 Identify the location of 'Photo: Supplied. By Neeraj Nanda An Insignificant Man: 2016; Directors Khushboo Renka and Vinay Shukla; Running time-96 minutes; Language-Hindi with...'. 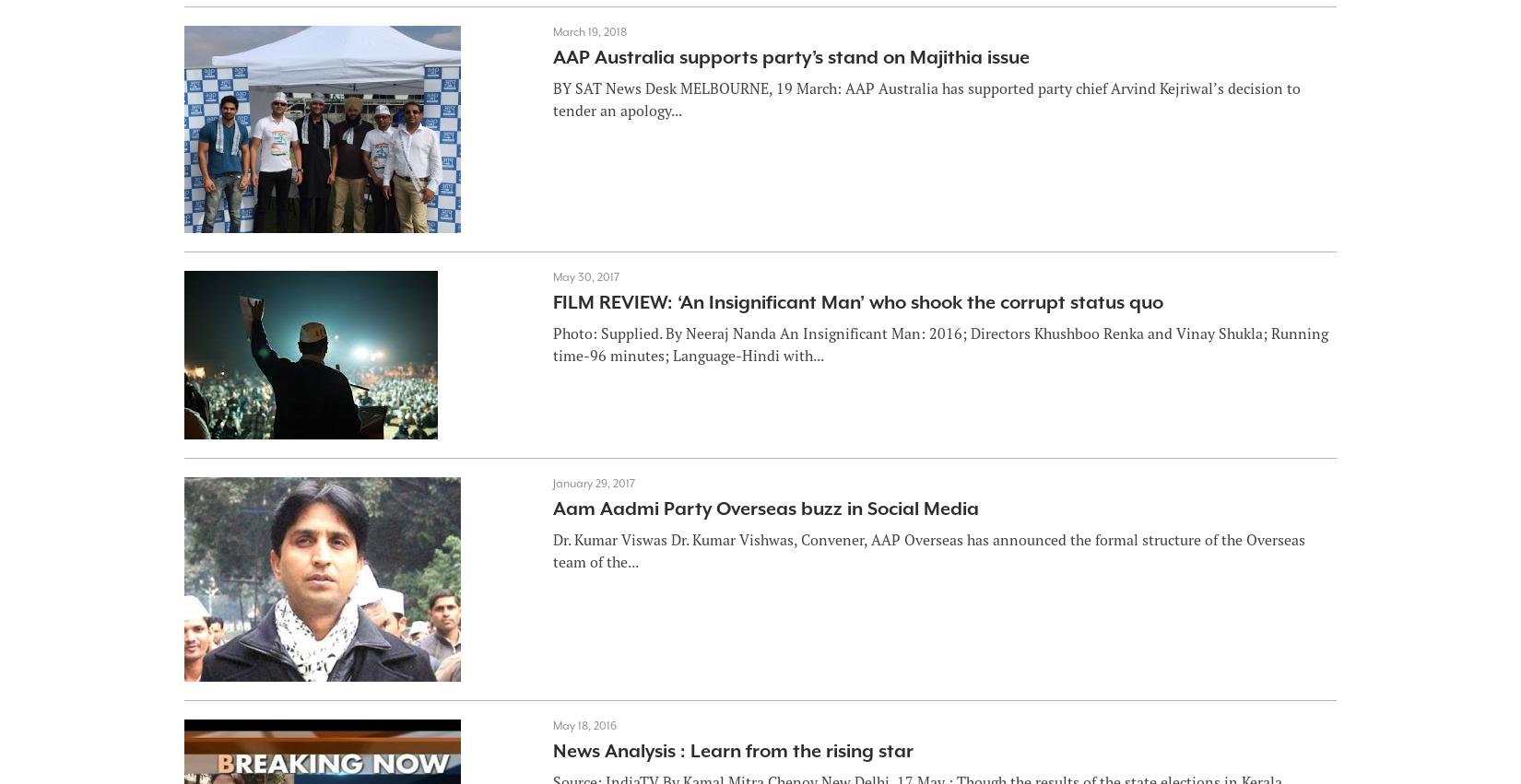
(550, 343).